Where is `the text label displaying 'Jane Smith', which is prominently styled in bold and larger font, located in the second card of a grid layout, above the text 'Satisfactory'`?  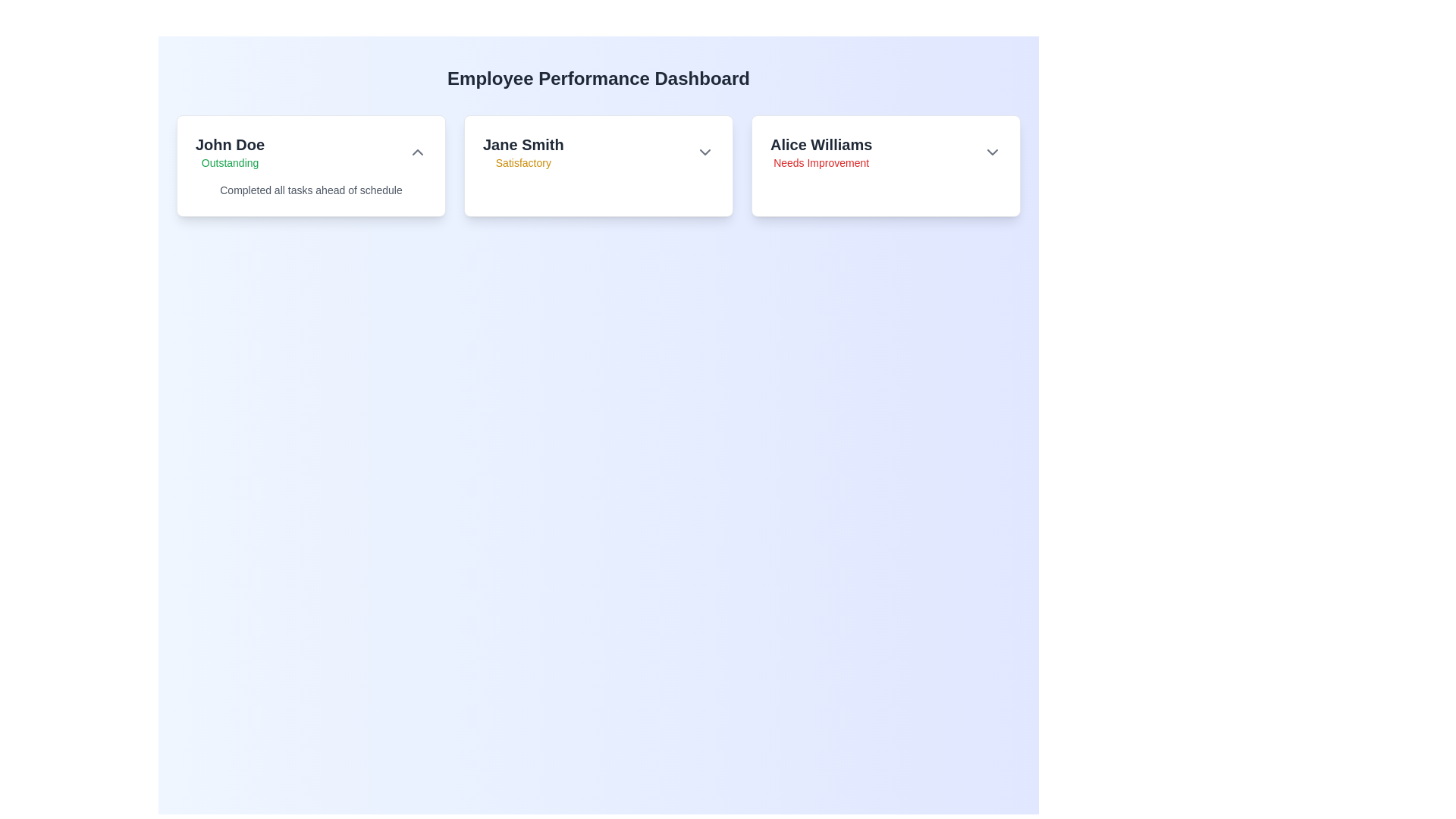 the text label displaying 'Jane Smith', which is prominently styled in bold and larger font, located in the second card of a grid layout, above the text 'Satisfactory' is located at coordinates (523, 145).